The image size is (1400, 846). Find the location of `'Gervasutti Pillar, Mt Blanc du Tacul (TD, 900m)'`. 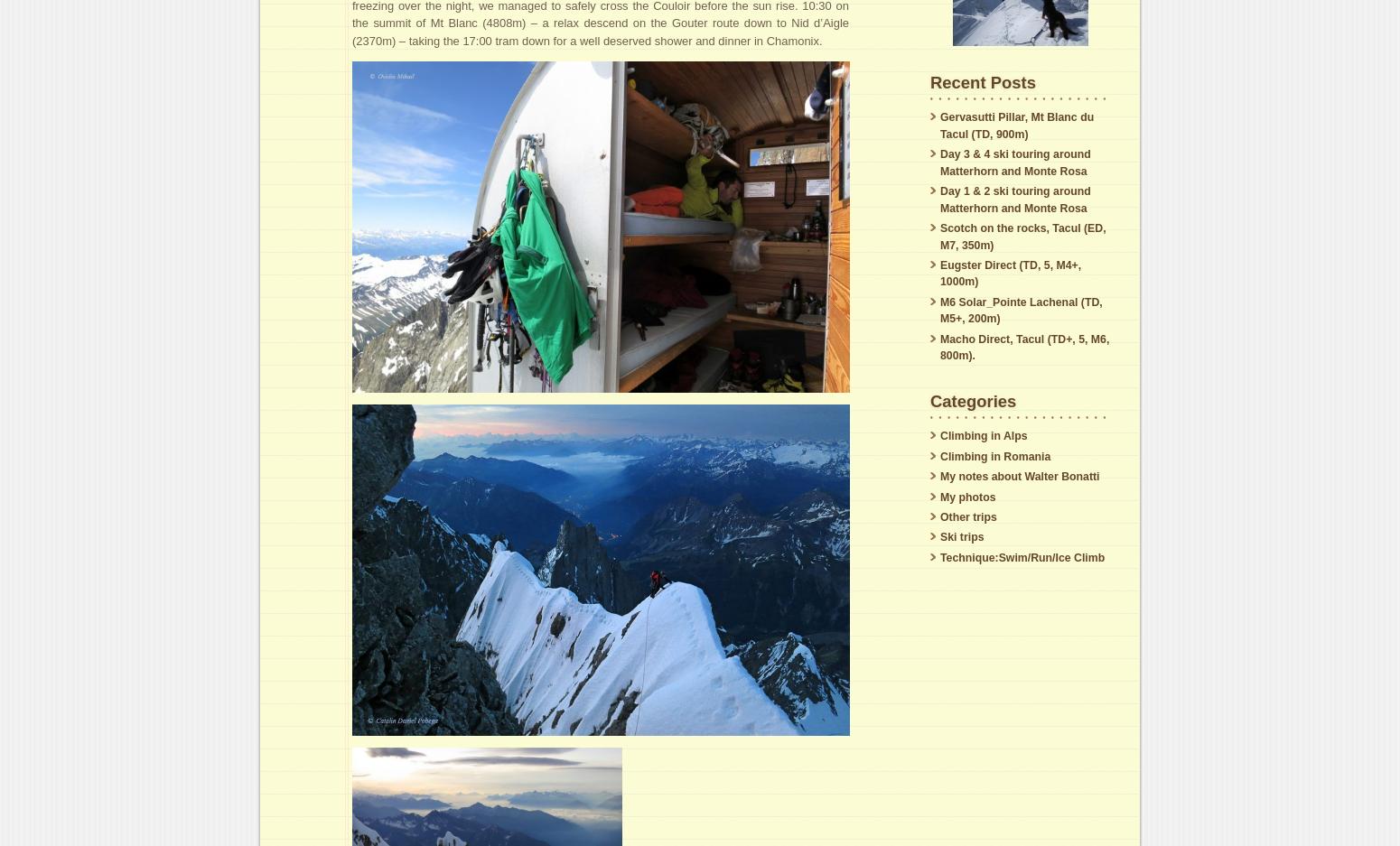

'Gervasutti Pillar, Mt Blanc du Tacul (TD, 900m)' is located at coordinates (1016, 125).